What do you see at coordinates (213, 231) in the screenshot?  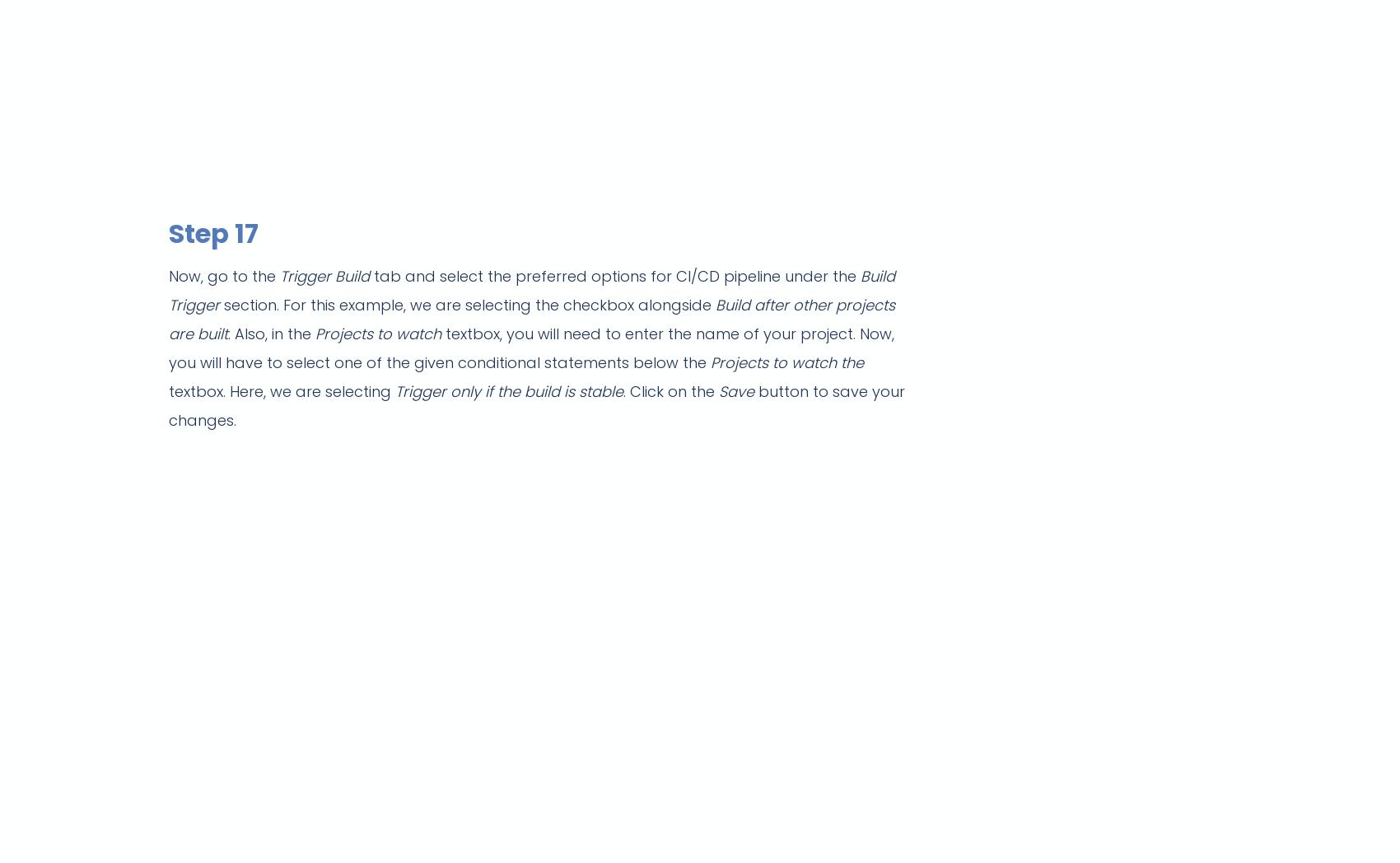 I see `'Step 17'` at bounding box center [213, 231].